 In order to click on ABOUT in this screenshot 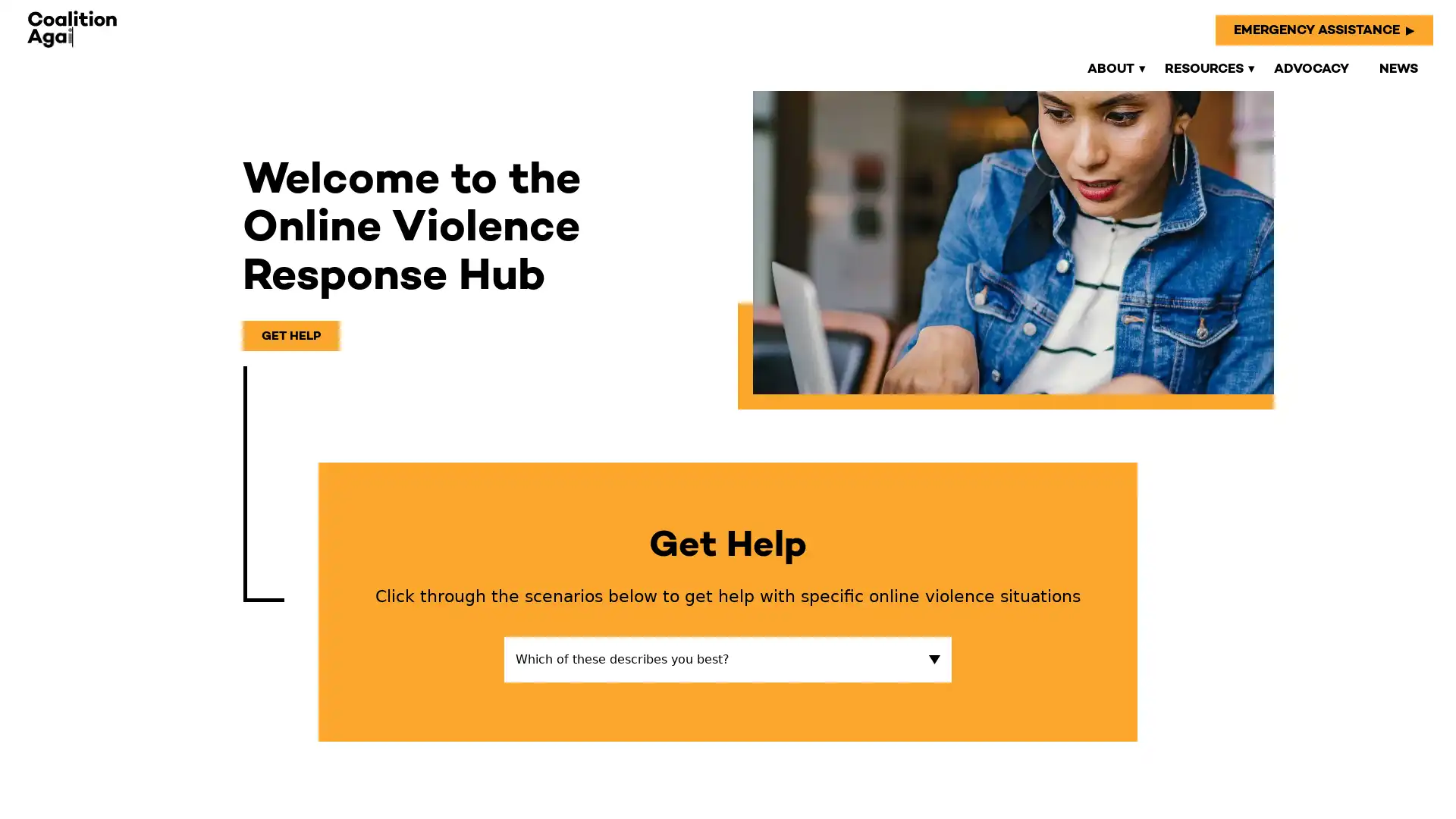, I will do `click(1110, 67)`.